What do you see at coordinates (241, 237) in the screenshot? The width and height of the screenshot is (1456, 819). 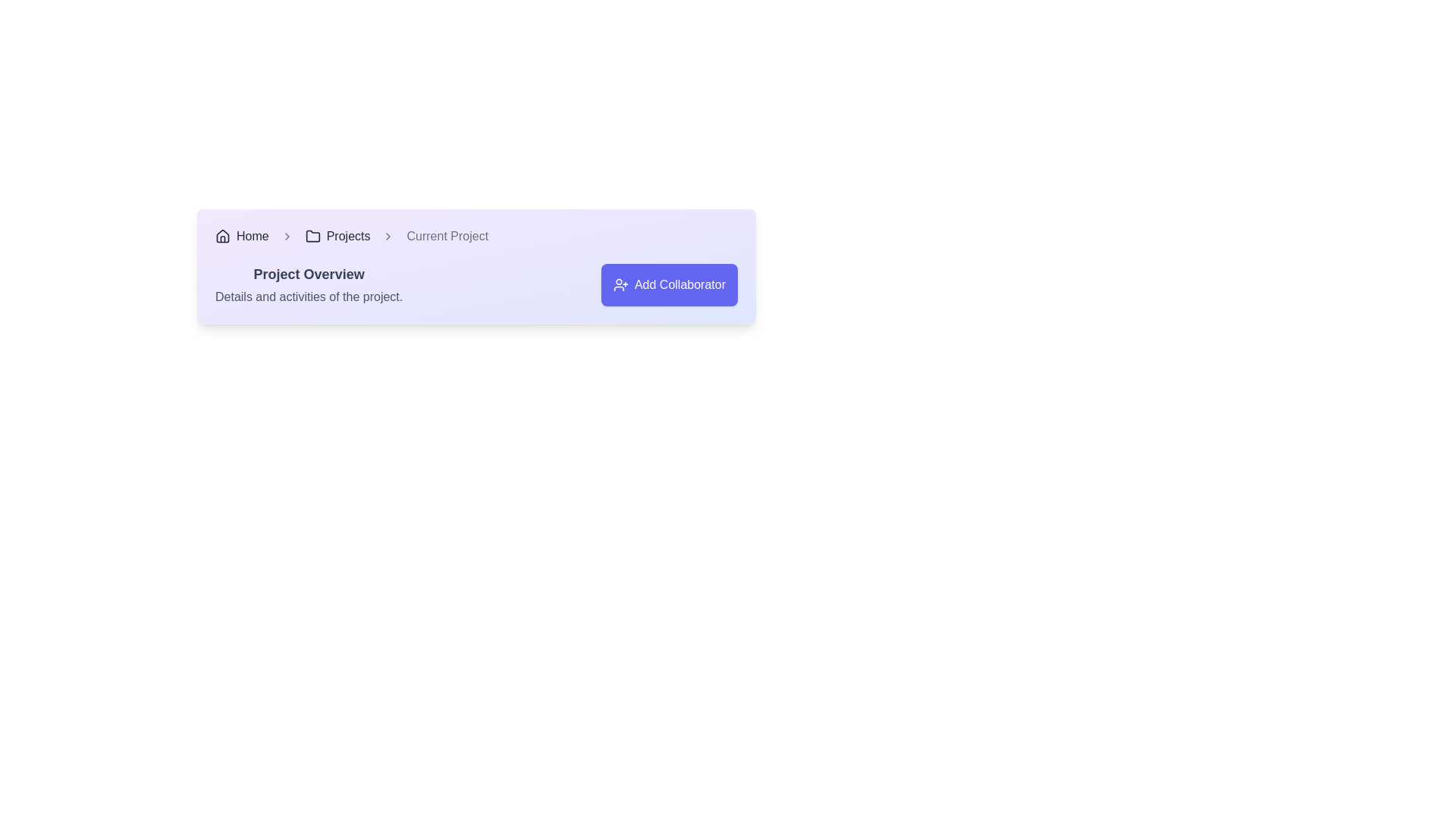 I see `the 'Home' hyperlink with the home-shaped icon in the breadcrumb navigation` at bounding box center [241, 237].